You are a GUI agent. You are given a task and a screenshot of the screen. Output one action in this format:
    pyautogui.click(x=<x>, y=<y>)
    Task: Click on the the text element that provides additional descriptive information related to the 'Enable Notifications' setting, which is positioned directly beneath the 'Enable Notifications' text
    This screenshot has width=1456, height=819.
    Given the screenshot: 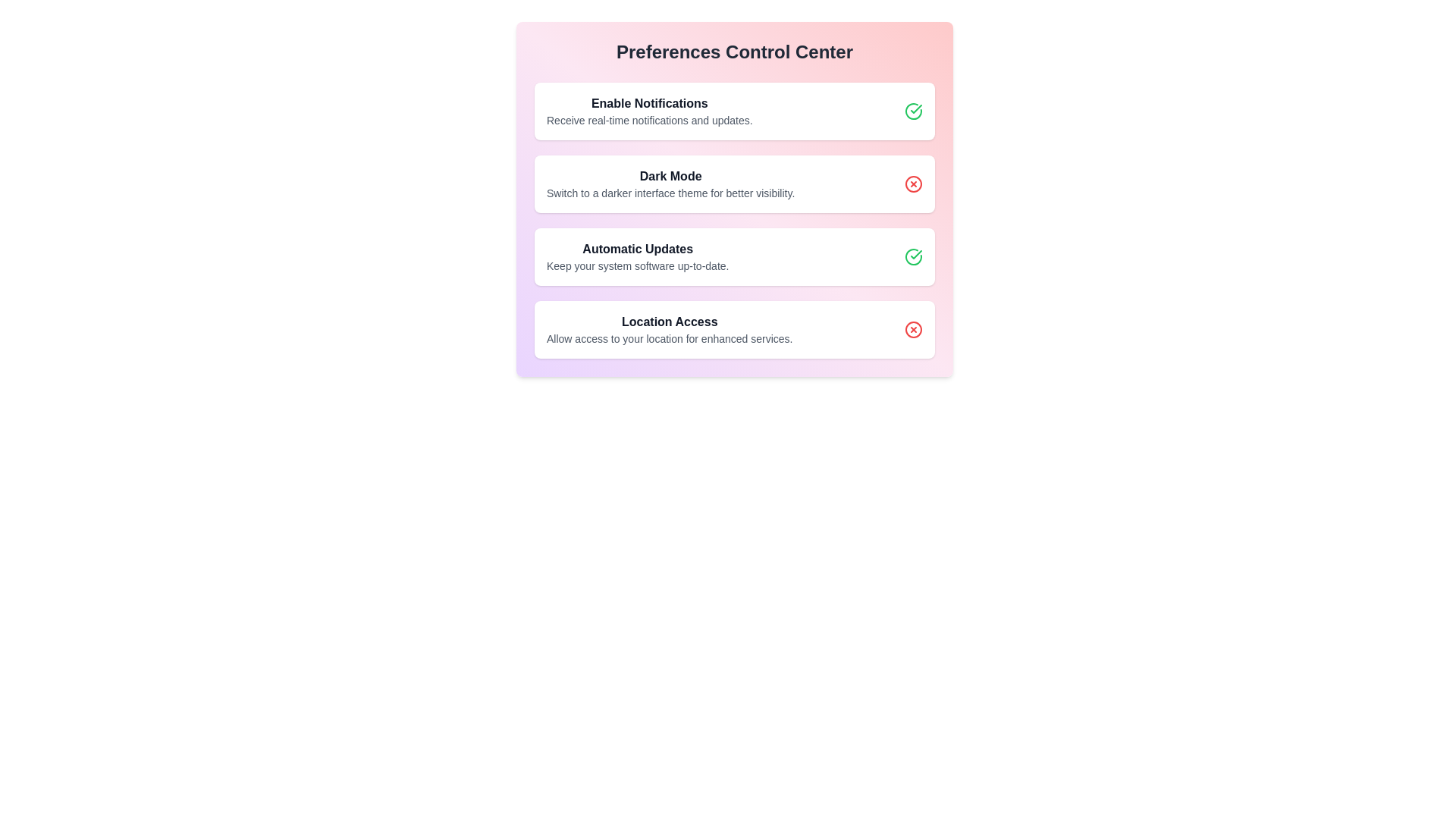 What is the action you would take?
    pyautogui.click(x=649, y=119)
    